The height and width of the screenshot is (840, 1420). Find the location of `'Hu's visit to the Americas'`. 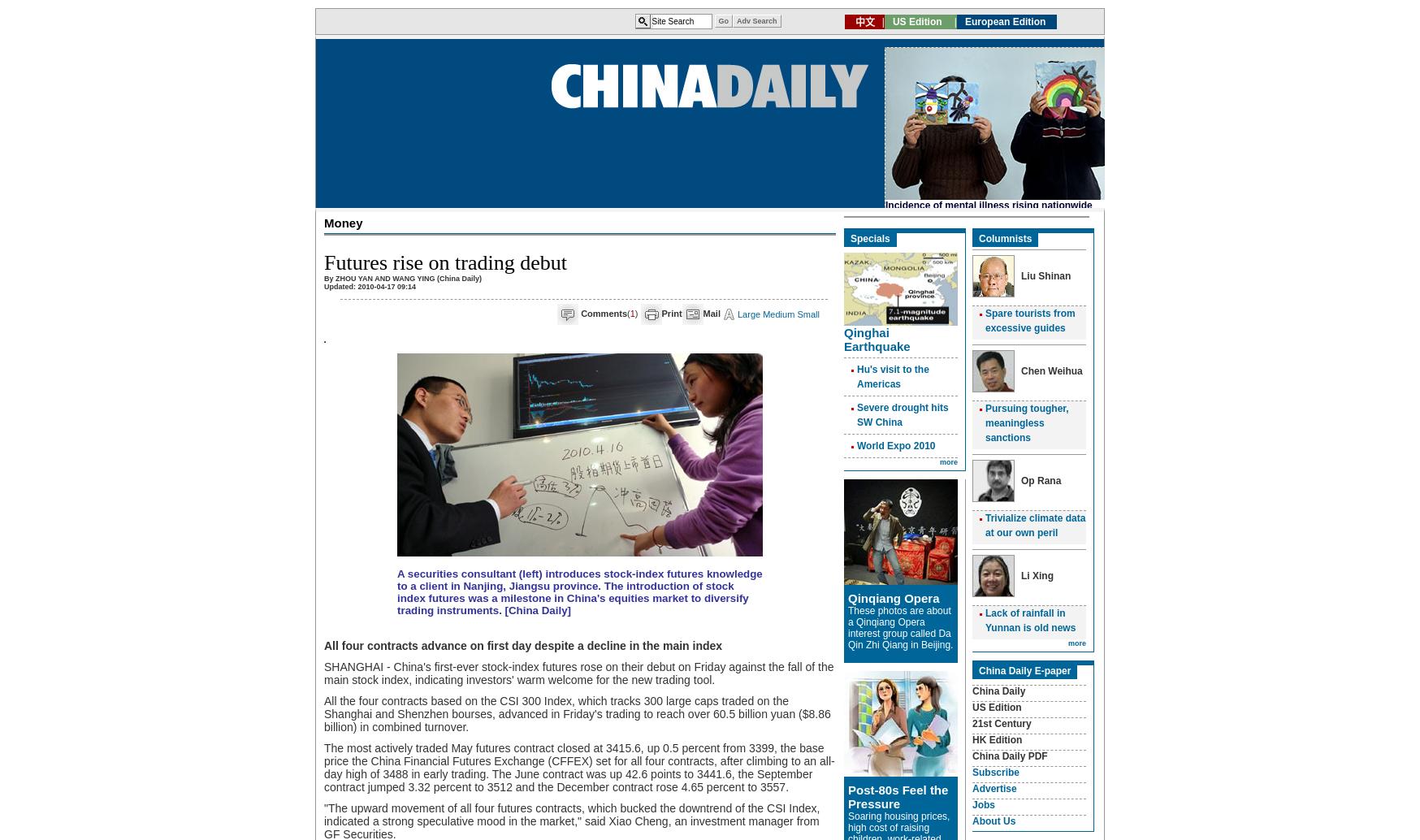

'Hu's visit to the Americas' is located at coordinates (892, 375).